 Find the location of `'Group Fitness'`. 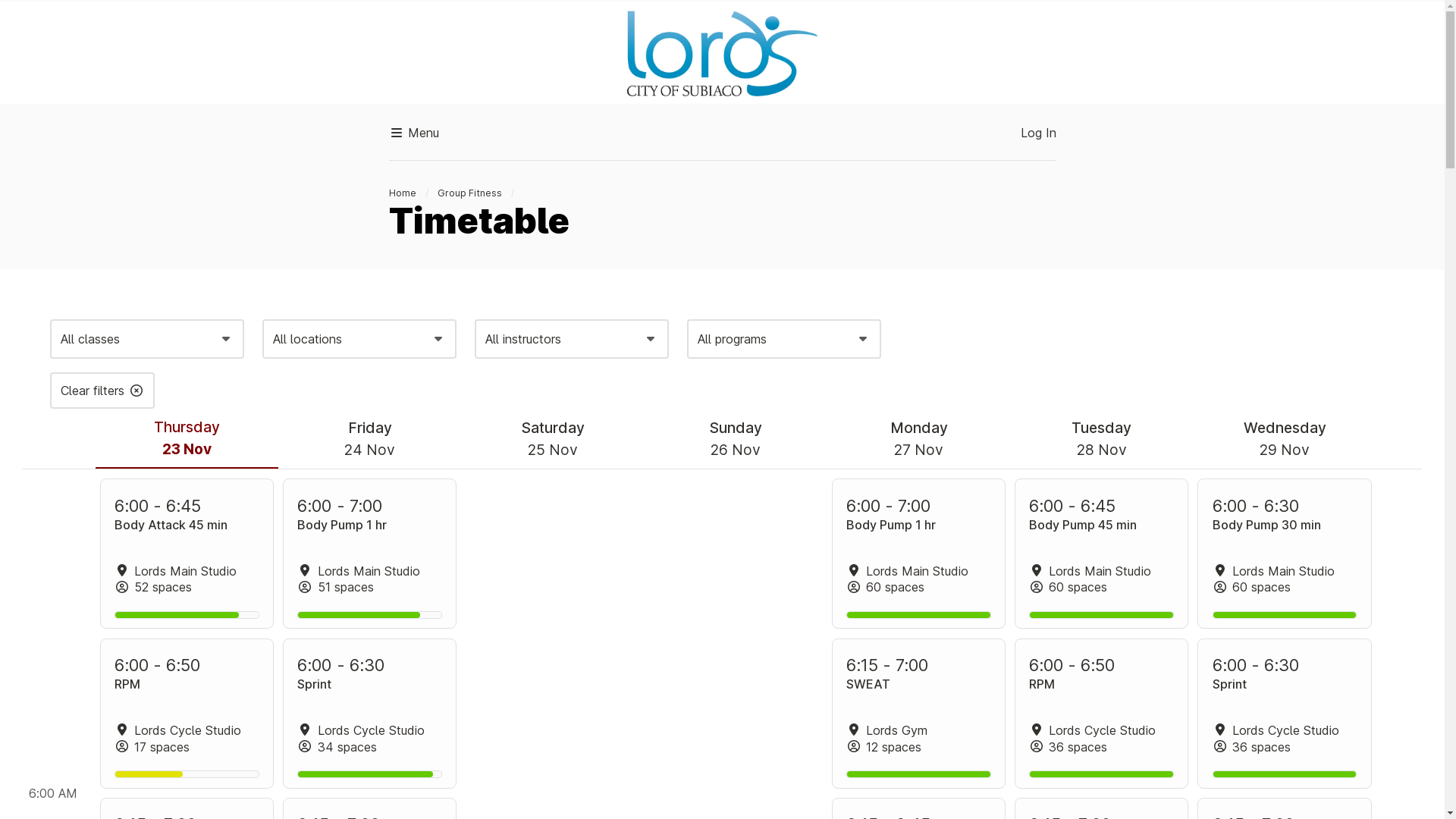

'Group Fitness' is located at coordinates (469, 192).